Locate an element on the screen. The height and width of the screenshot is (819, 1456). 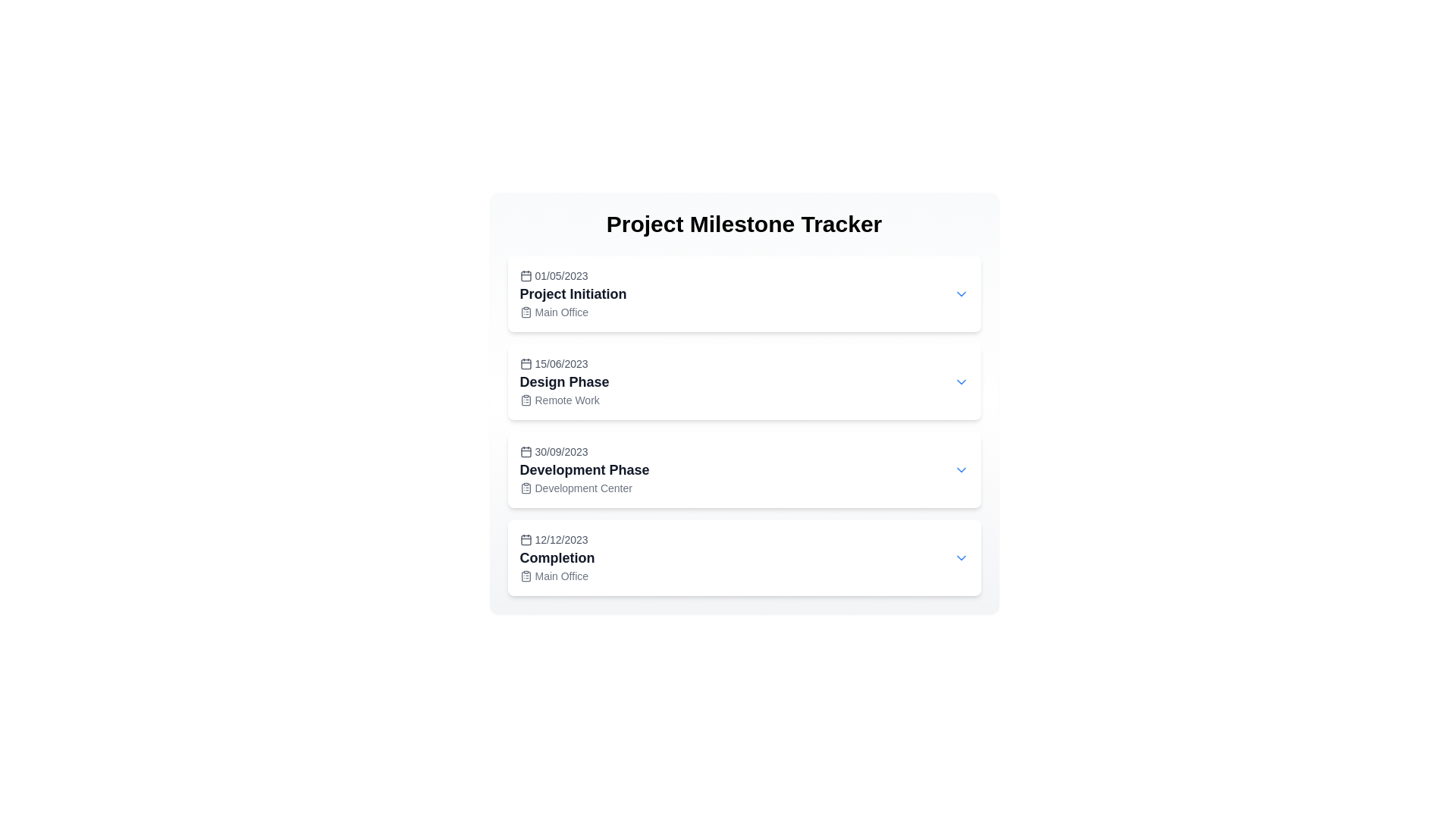
the second milestone in the Project Milestone Tracker, which displays the date '15/06/2023', title 'Design Phase', and detail 'Remote Work' is located at coordinates (744, 381).